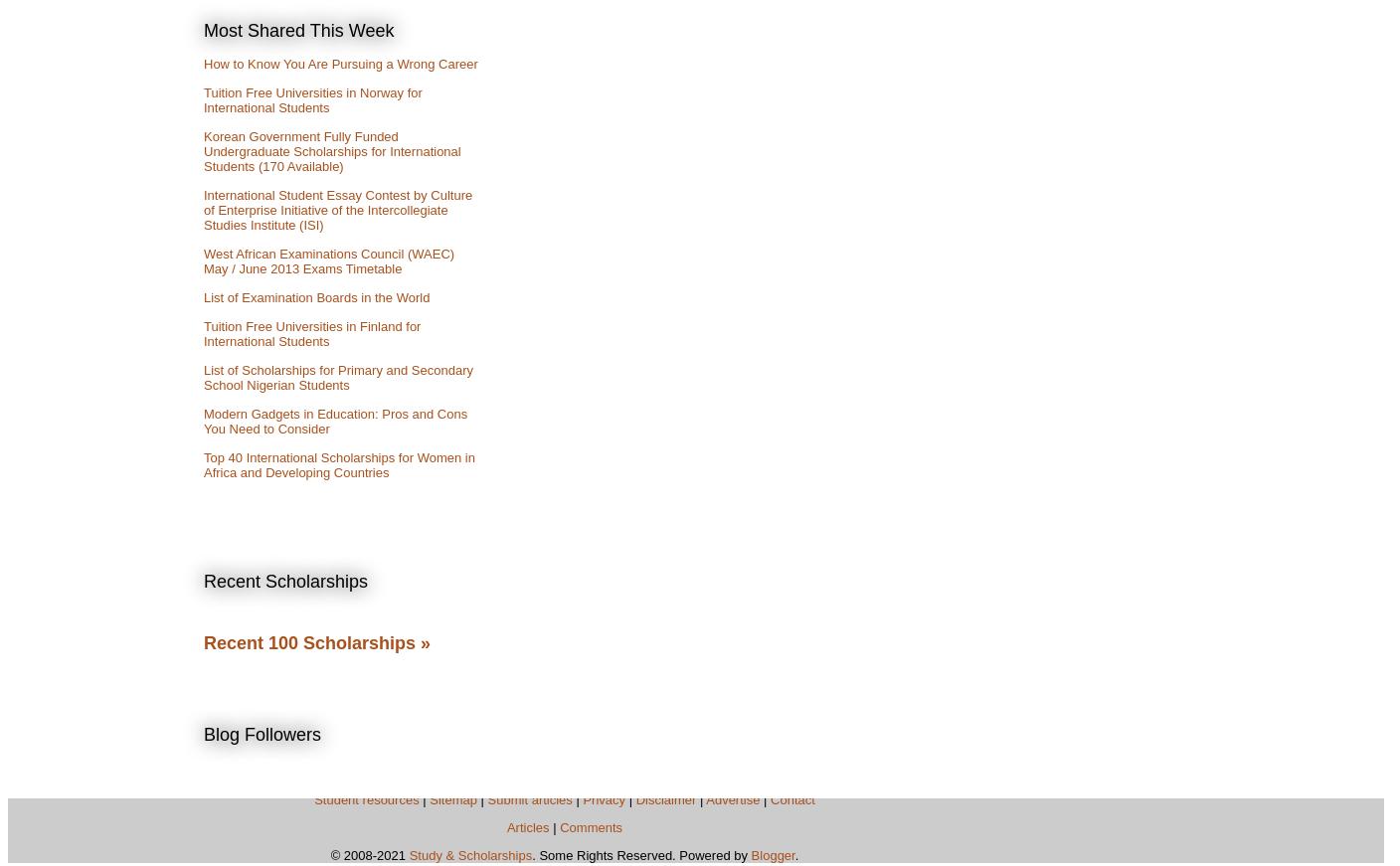 The width and height of the screenshot is (1400, 866). What do you see at coordinates (203, 580) in the screenshot?
I see `'Recent Scholarships'` at bounding box center [203, 580].